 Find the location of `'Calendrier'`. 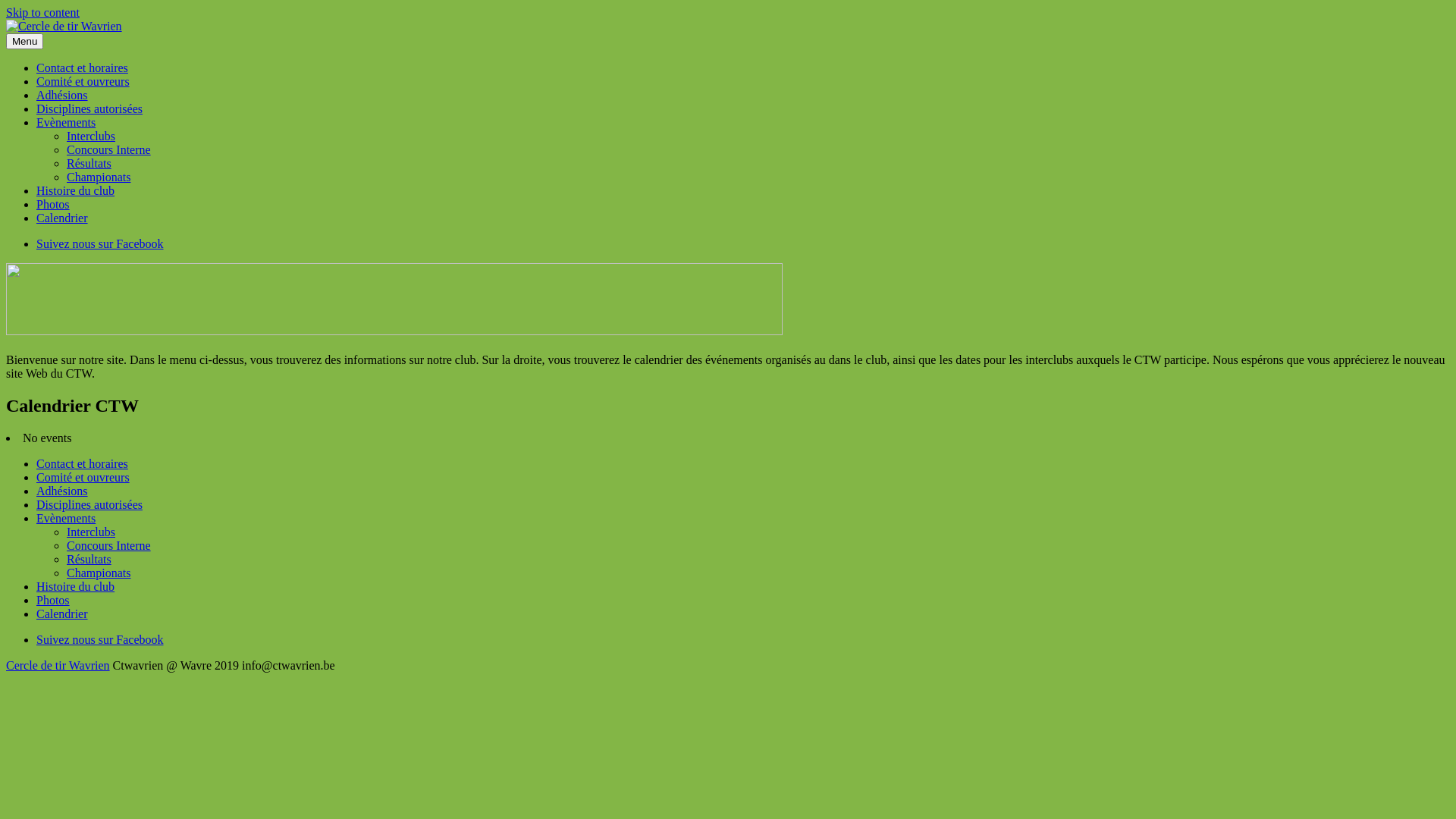

'Calendrier' is located at coordinates (61, 613).